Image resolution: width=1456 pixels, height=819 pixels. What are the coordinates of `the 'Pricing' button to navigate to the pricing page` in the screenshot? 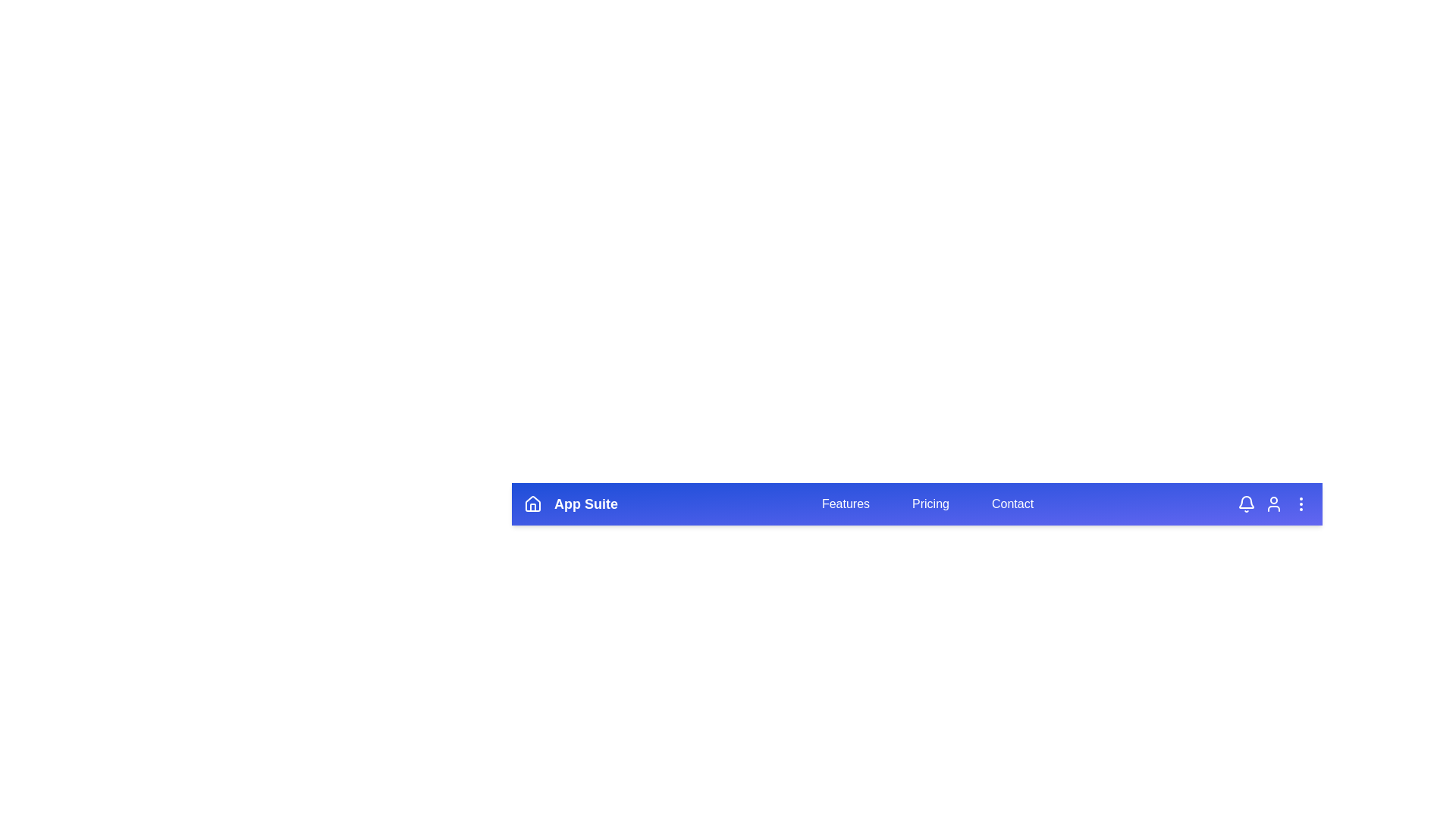 It's located at (930, 504).